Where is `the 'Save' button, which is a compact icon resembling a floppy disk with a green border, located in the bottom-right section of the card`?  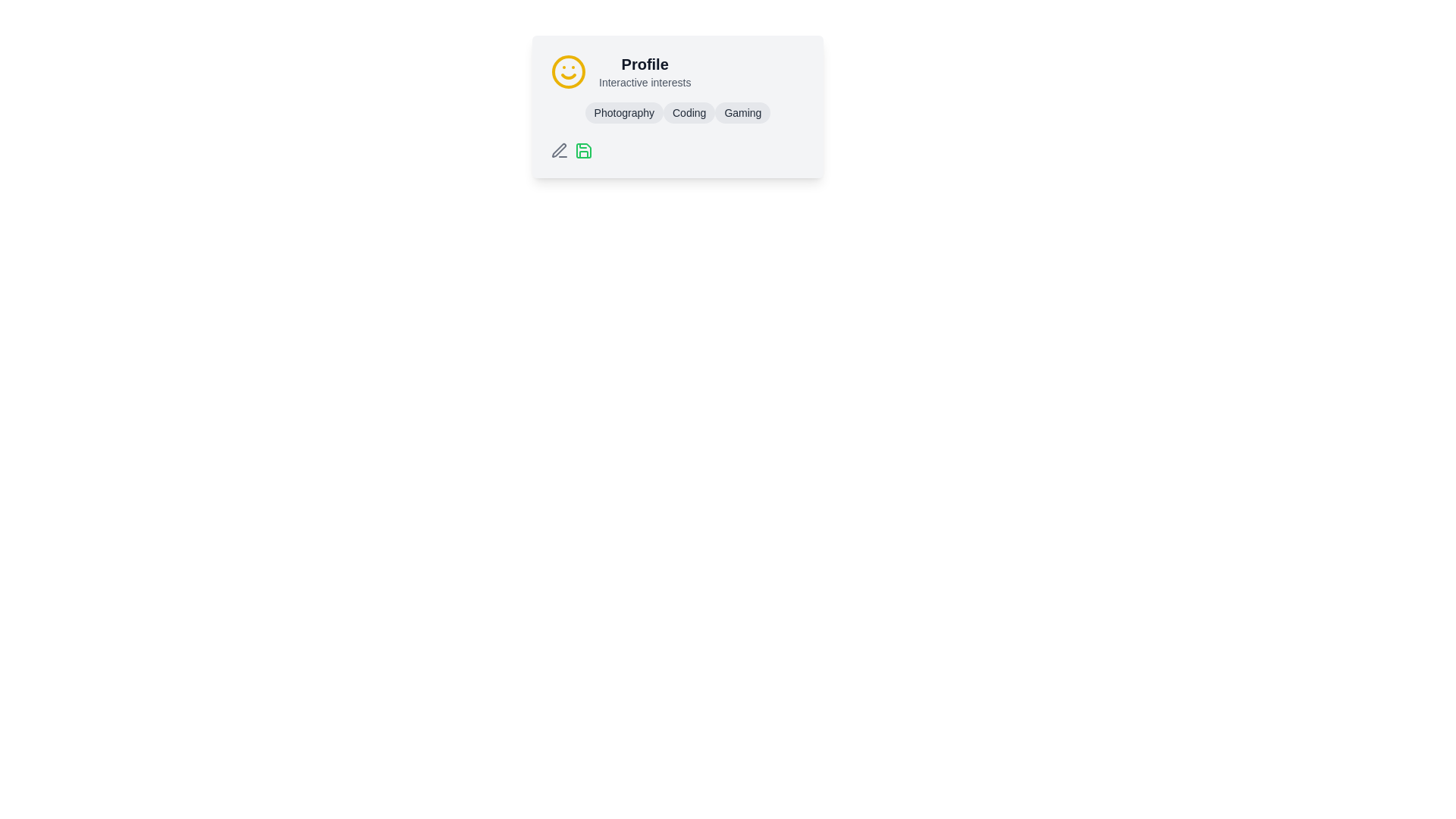 the 'Save' button, which is a compact icon resembling a floppy disk with a green border, located in the bottom-right section of the card is located at coordinates (582, 151).